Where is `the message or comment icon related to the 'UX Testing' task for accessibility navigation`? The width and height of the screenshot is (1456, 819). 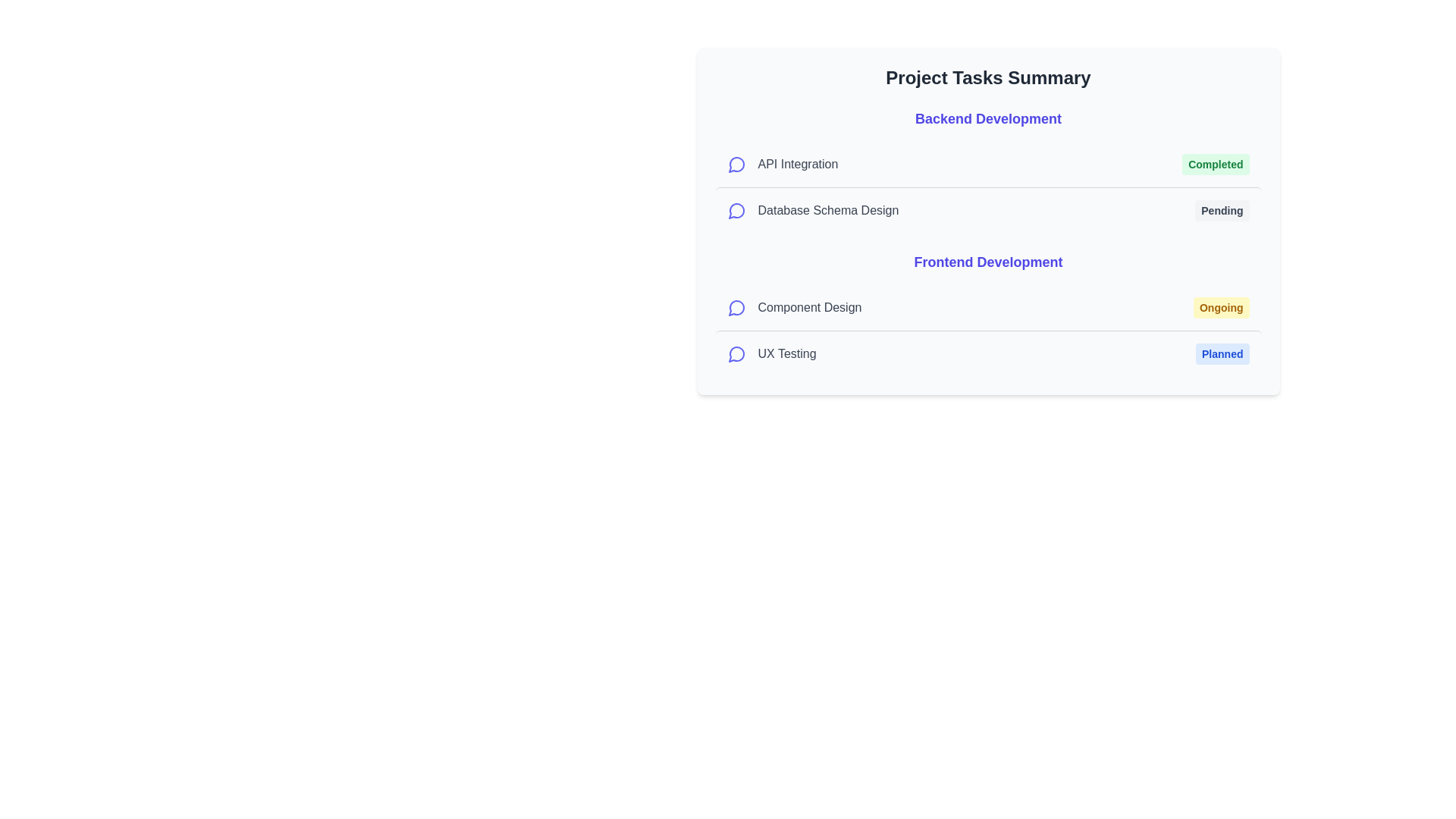 the message or comment icon related to the 'UX Testing' task for accessibility navigation is located at coordinates (736, 353).